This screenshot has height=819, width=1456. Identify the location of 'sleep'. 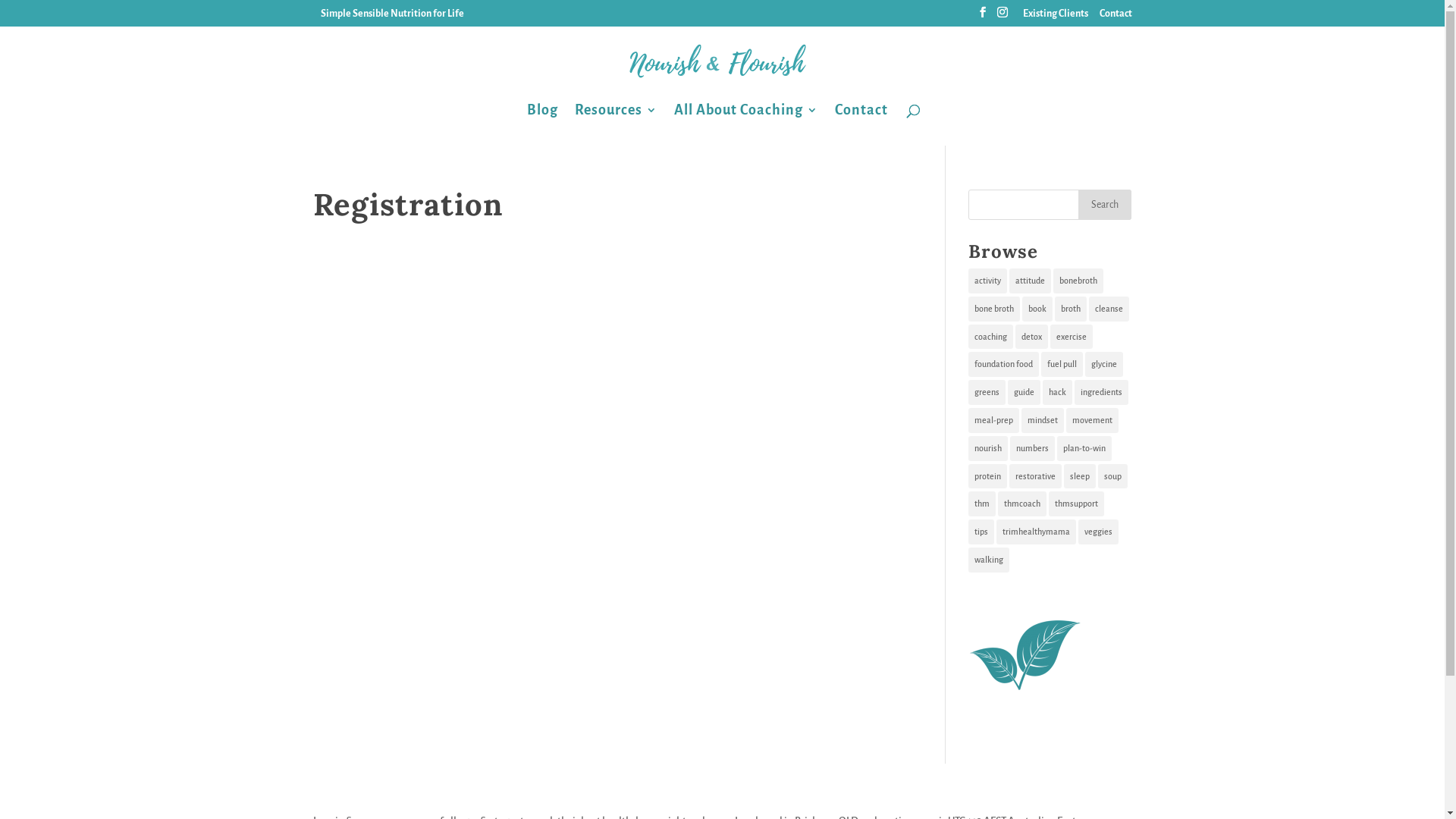
(1079, 475).